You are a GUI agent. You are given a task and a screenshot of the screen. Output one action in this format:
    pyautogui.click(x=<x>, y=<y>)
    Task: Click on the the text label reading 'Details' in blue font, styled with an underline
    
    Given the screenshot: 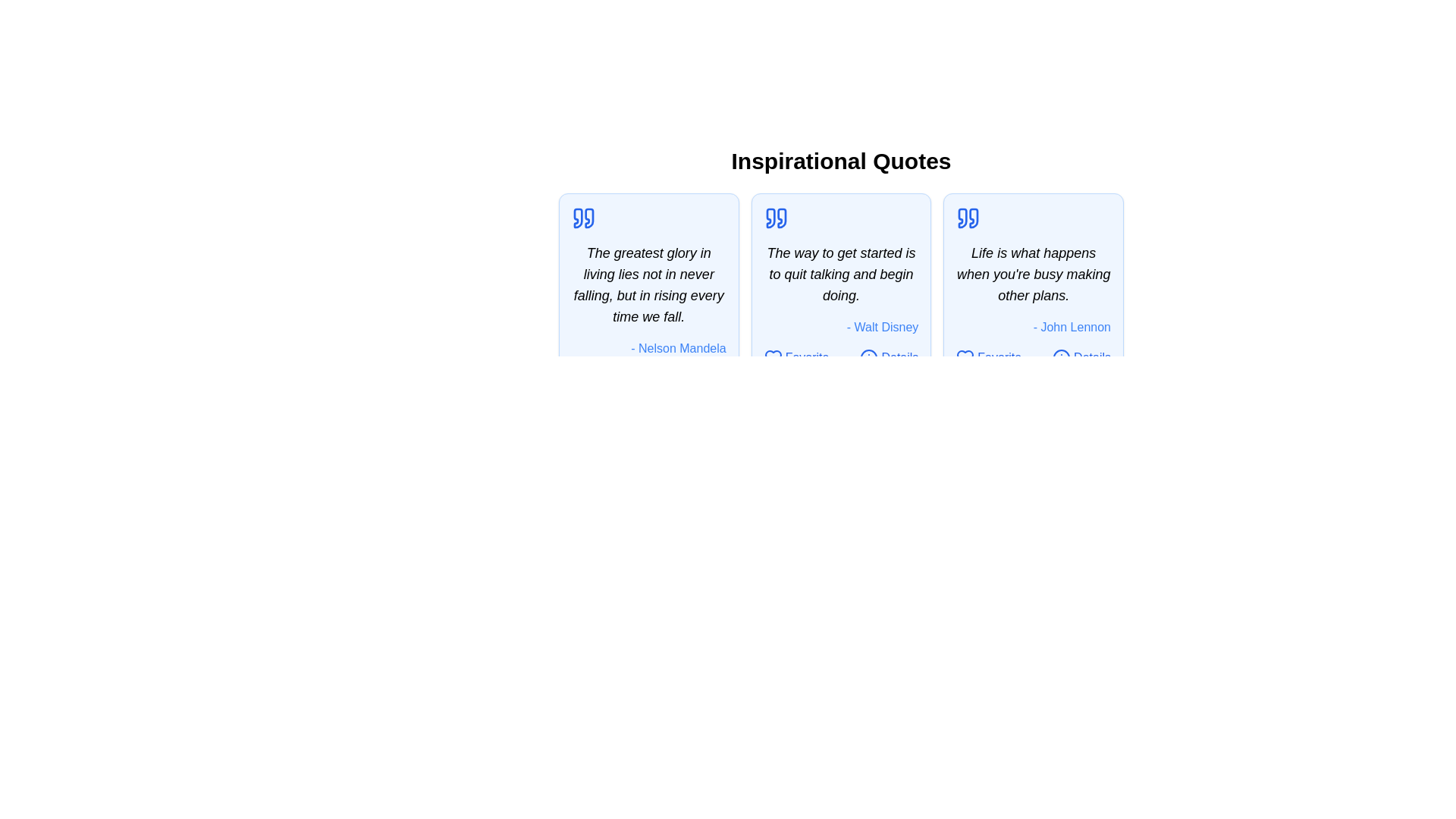 What is the action you would take?
    pyautogui.click(x=899, y=357)
    